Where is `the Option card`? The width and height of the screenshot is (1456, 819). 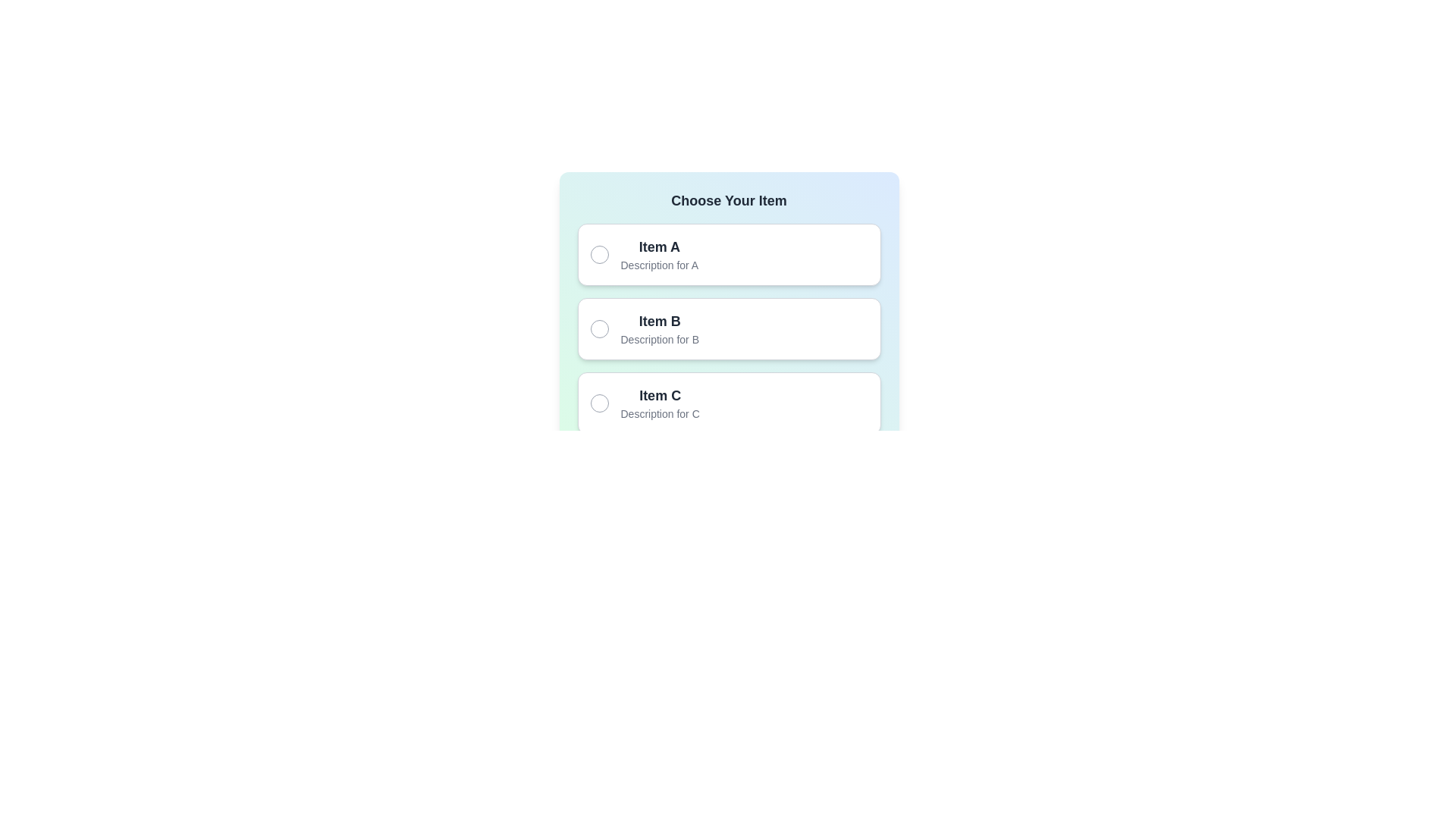
the Option card is located at coordinates (729, 403).